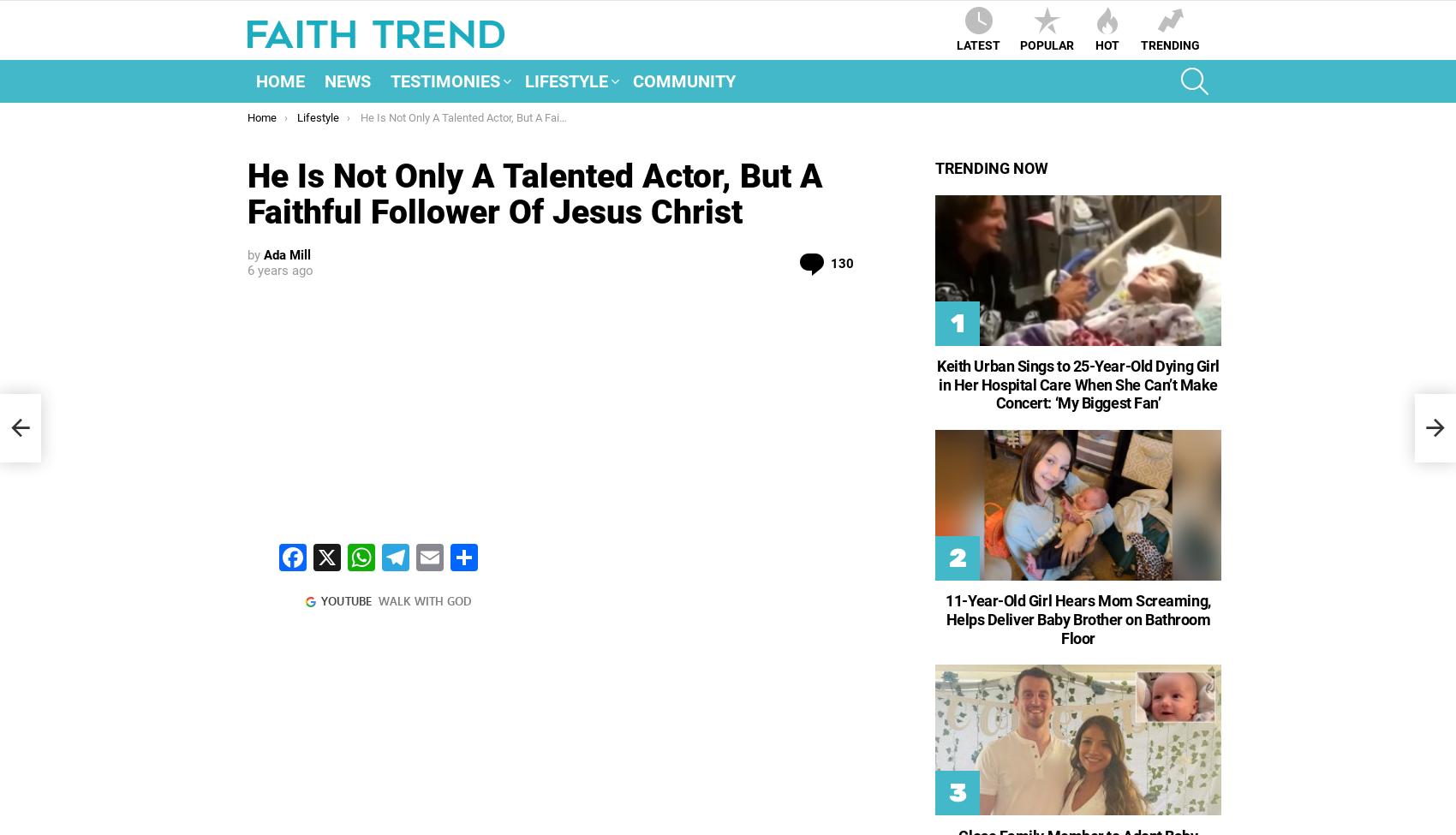 This screenshot has width=1456, height=835. Describe the element at coordinates (421, 624) in the screenshot. I see `'Telegram'` at that location.